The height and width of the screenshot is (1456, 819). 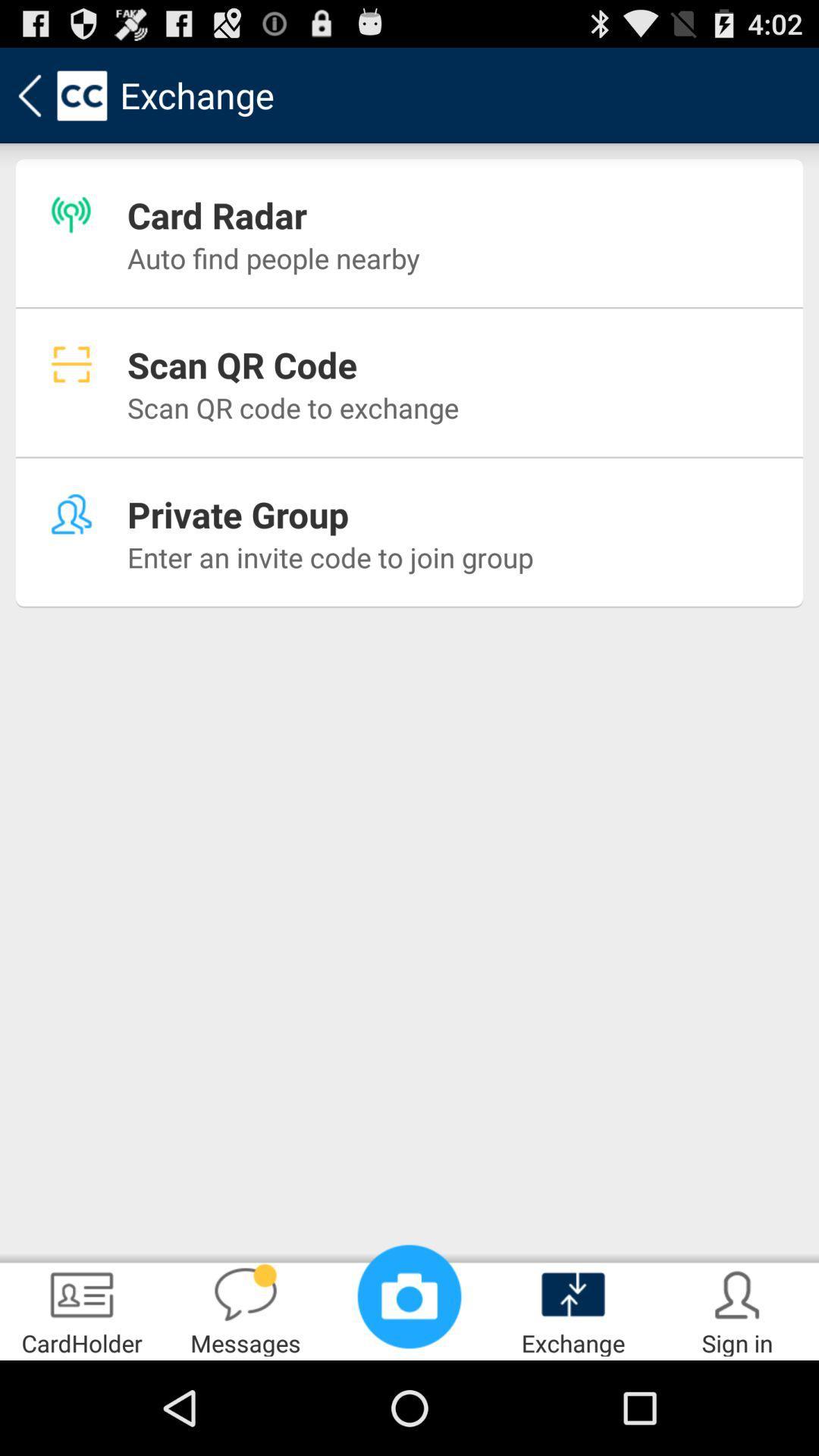 What do you see at coordinates (82, 1309) in the screenshot?
I see `the cardholder item` at bounding box center [82, 1309].